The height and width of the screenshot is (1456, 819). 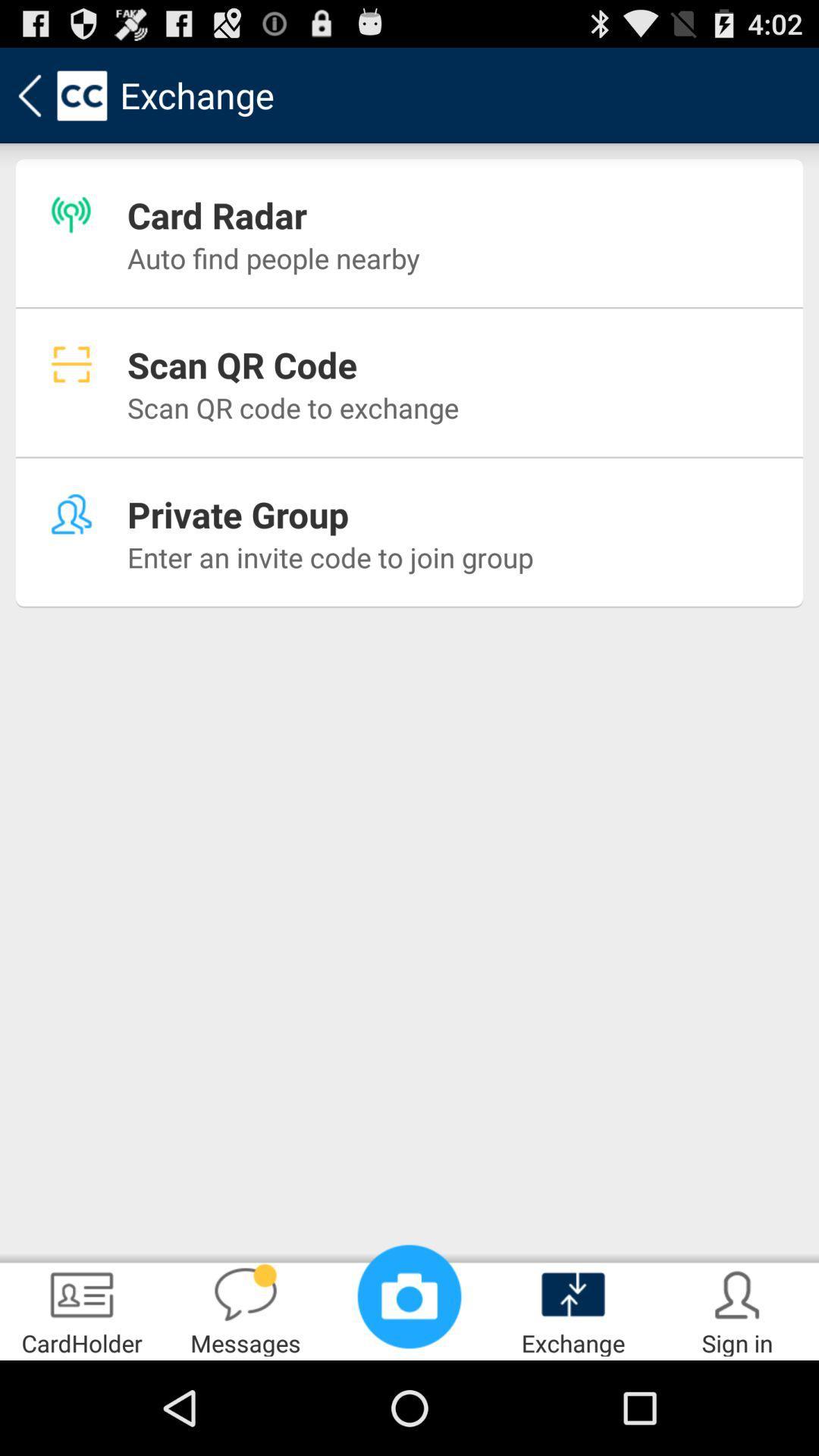 What do you see at coordinates (82, 1309) in the screenshot?
I see `the cardholder item` at bounding box center [82, 1309].